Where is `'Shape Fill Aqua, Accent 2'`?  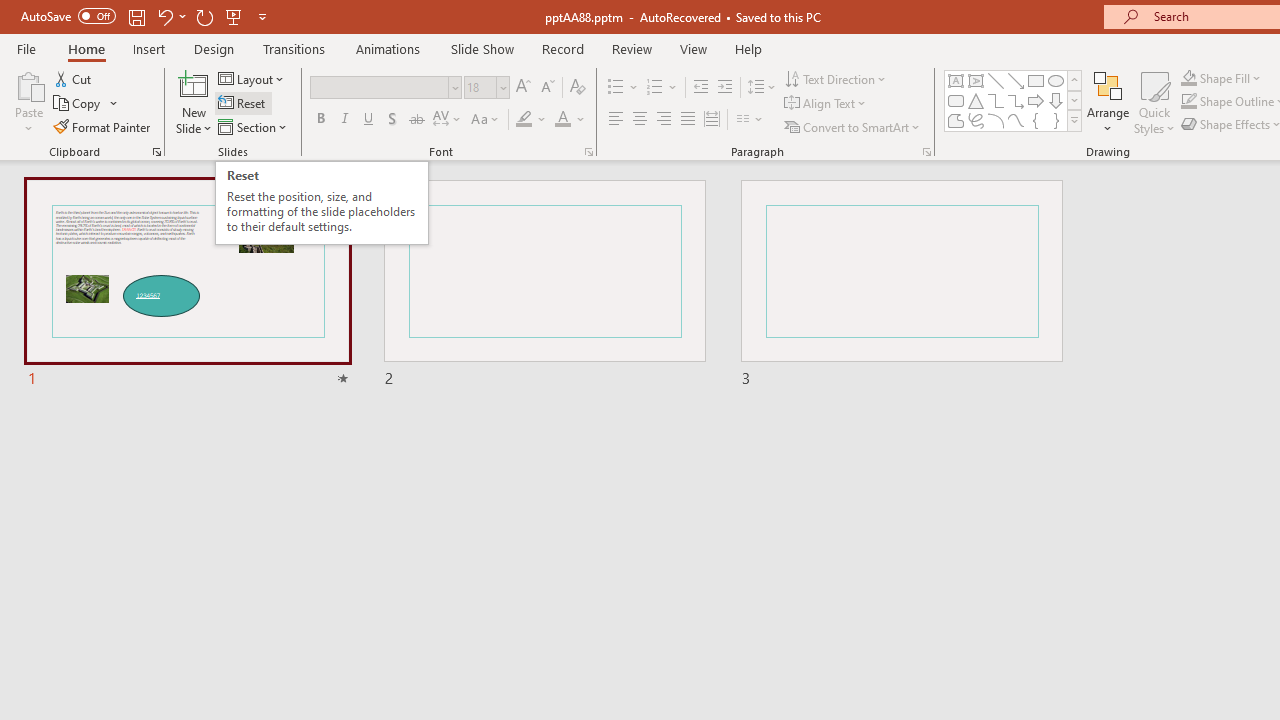 'Shape Fill Aqua, Accent 2' is located at coordinates (1189, 77).